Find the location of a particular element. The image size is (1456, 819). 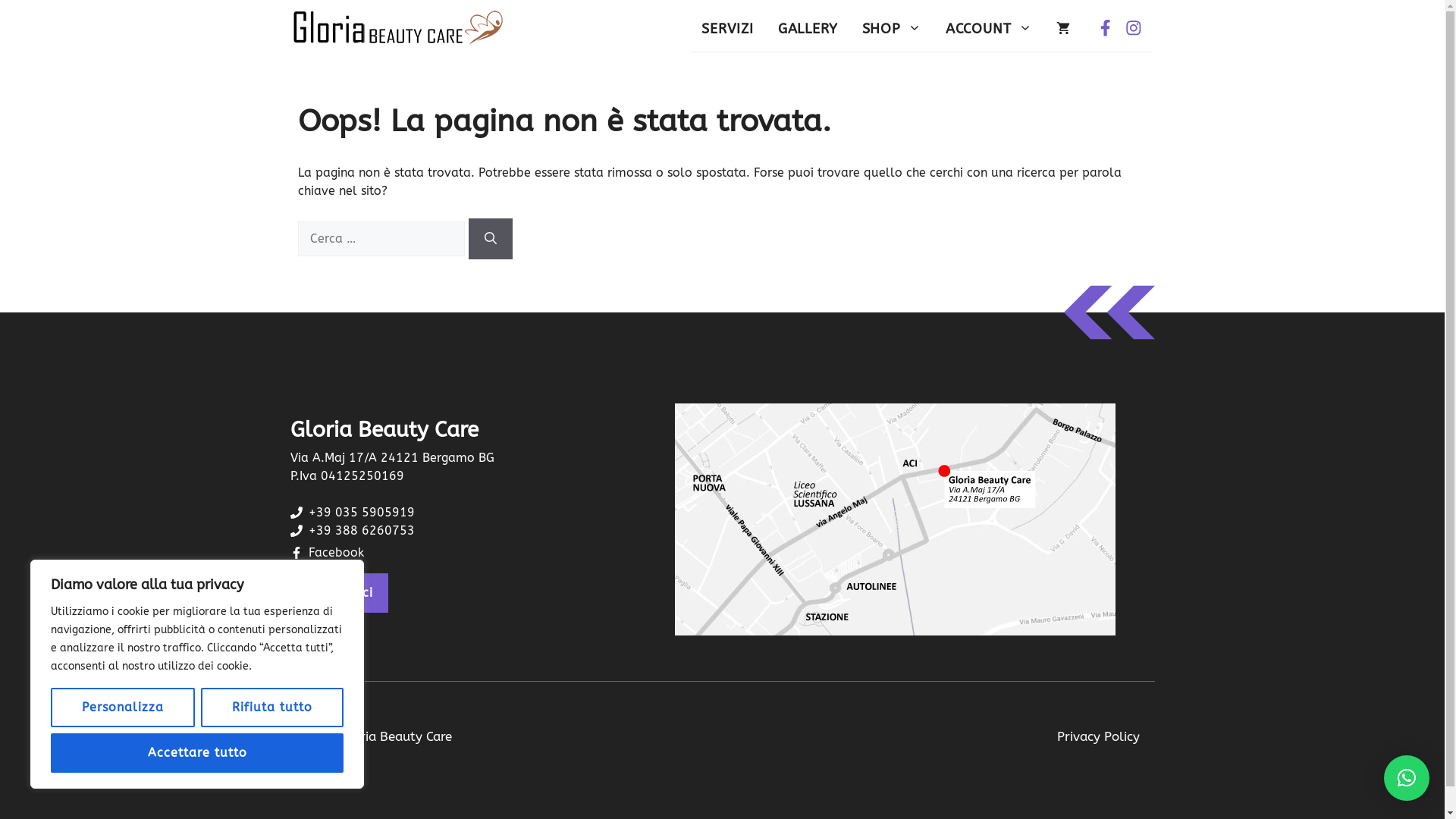

'Facebook' is located at coordinates (307, 552).